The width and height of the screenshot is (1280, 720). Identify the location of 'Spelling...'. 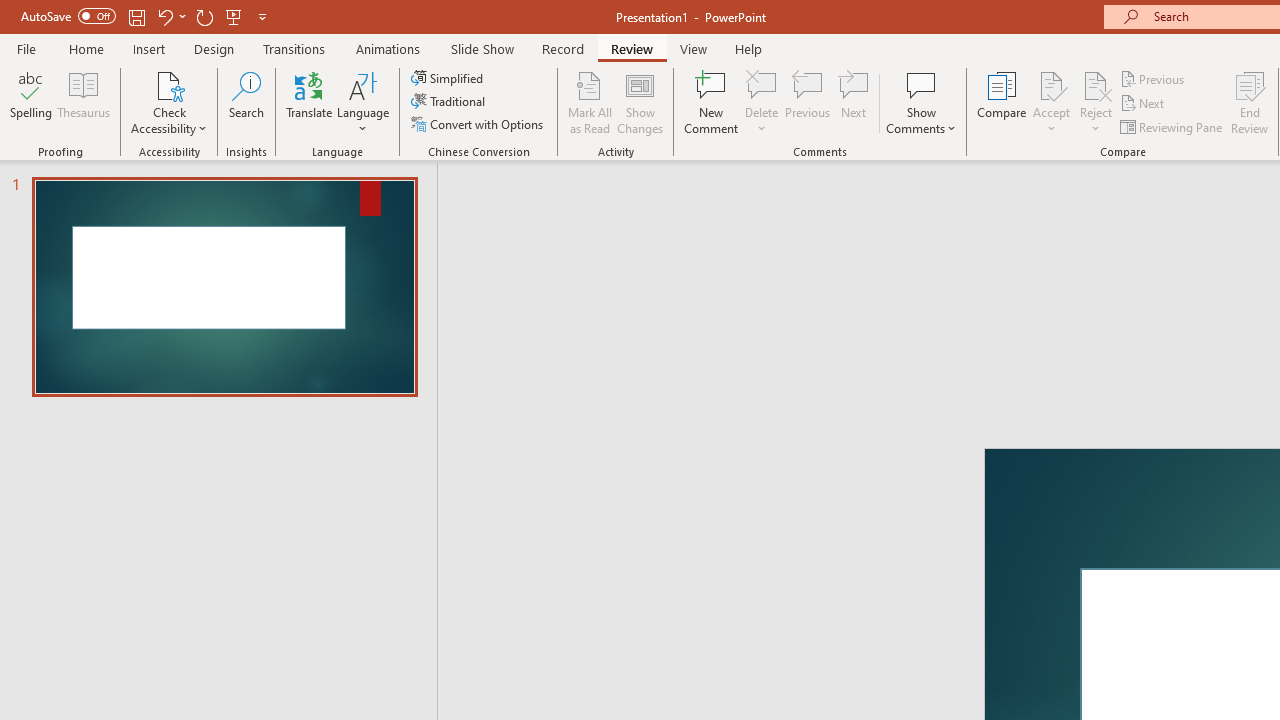
(31, 103).